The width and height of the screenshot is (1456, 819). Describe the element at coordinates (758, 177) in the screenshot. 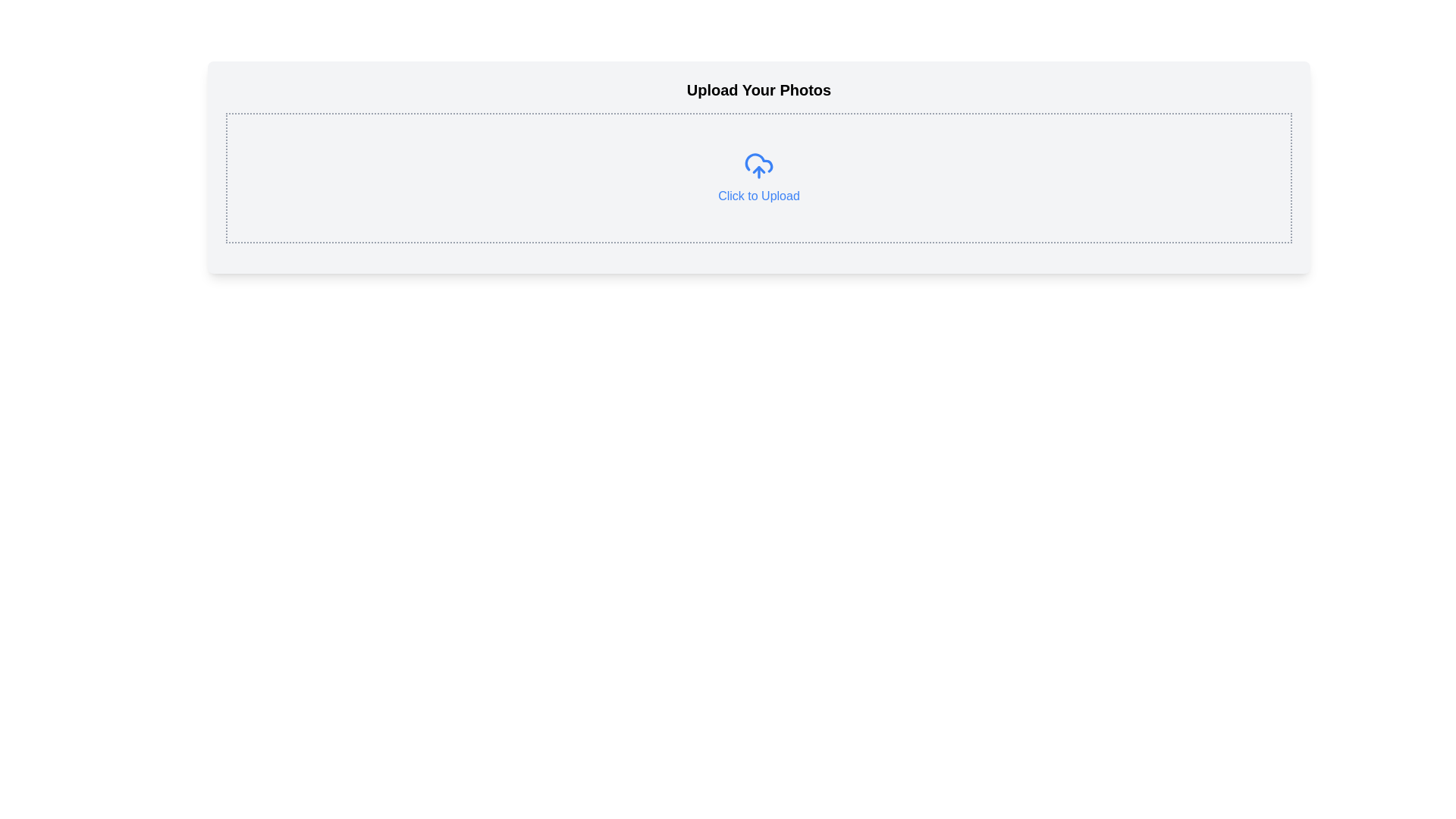

I see `the blue cloud upload icon with the text 'Click to Upload'` at that location.